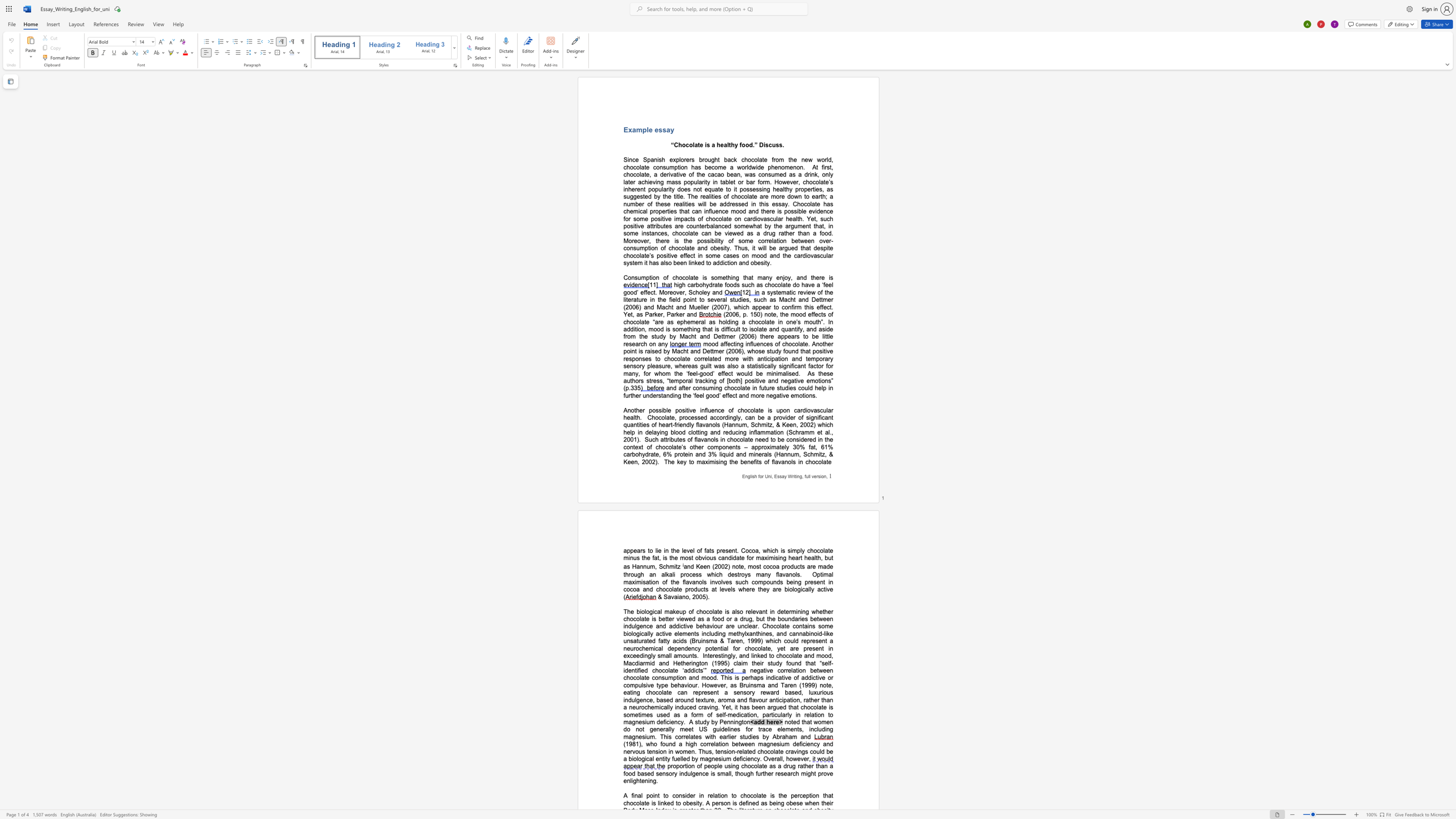 This screenshot has width=1456, height=819. Describe the element at coordinates (817, 211) in the screenshot. I see `the space between the continuous character "i" and "d" in the text` at that location.